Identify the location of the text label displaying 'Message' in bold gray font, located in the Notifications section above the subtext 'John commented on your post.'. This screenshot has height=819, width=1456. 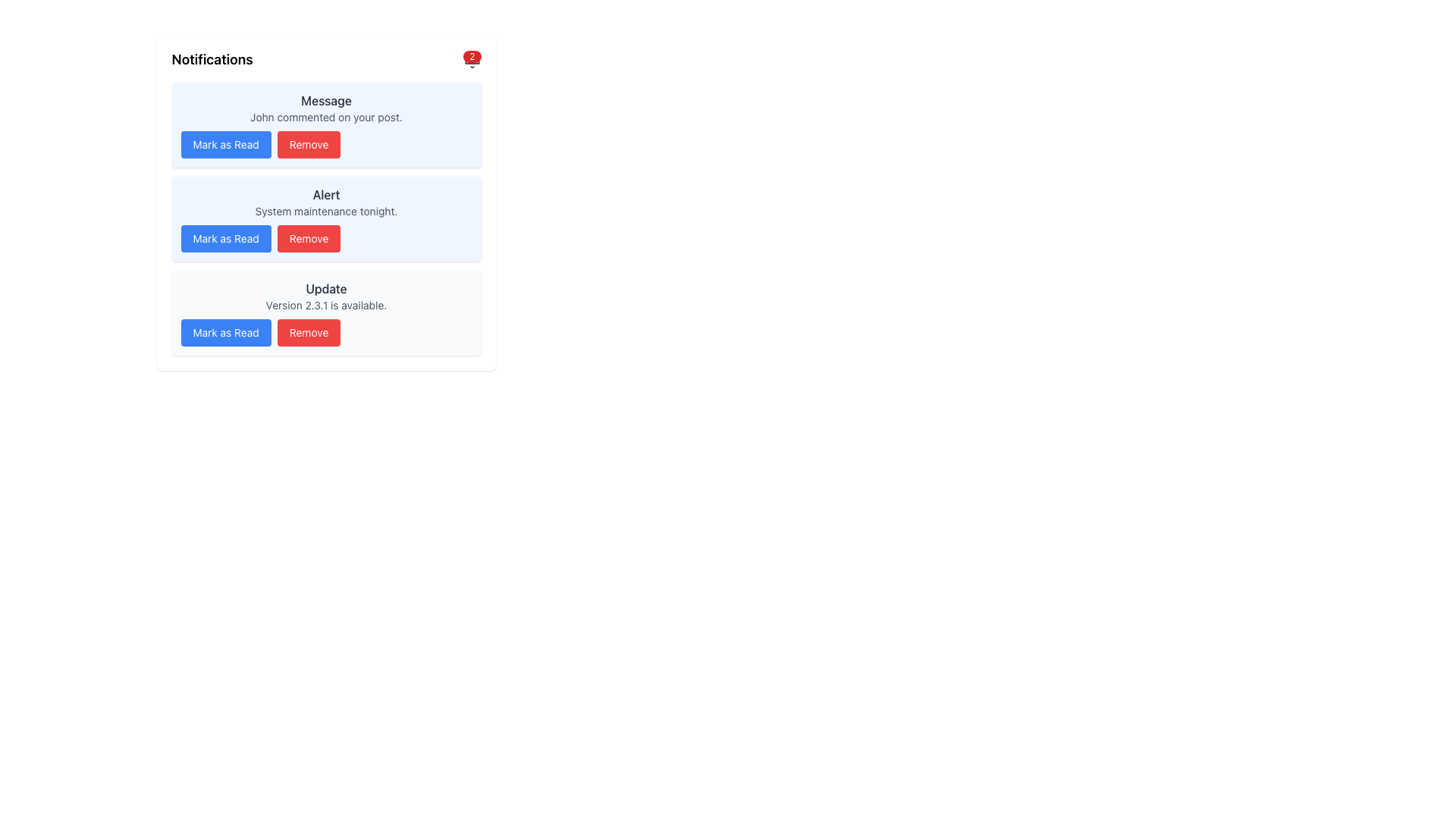
(325, 100).